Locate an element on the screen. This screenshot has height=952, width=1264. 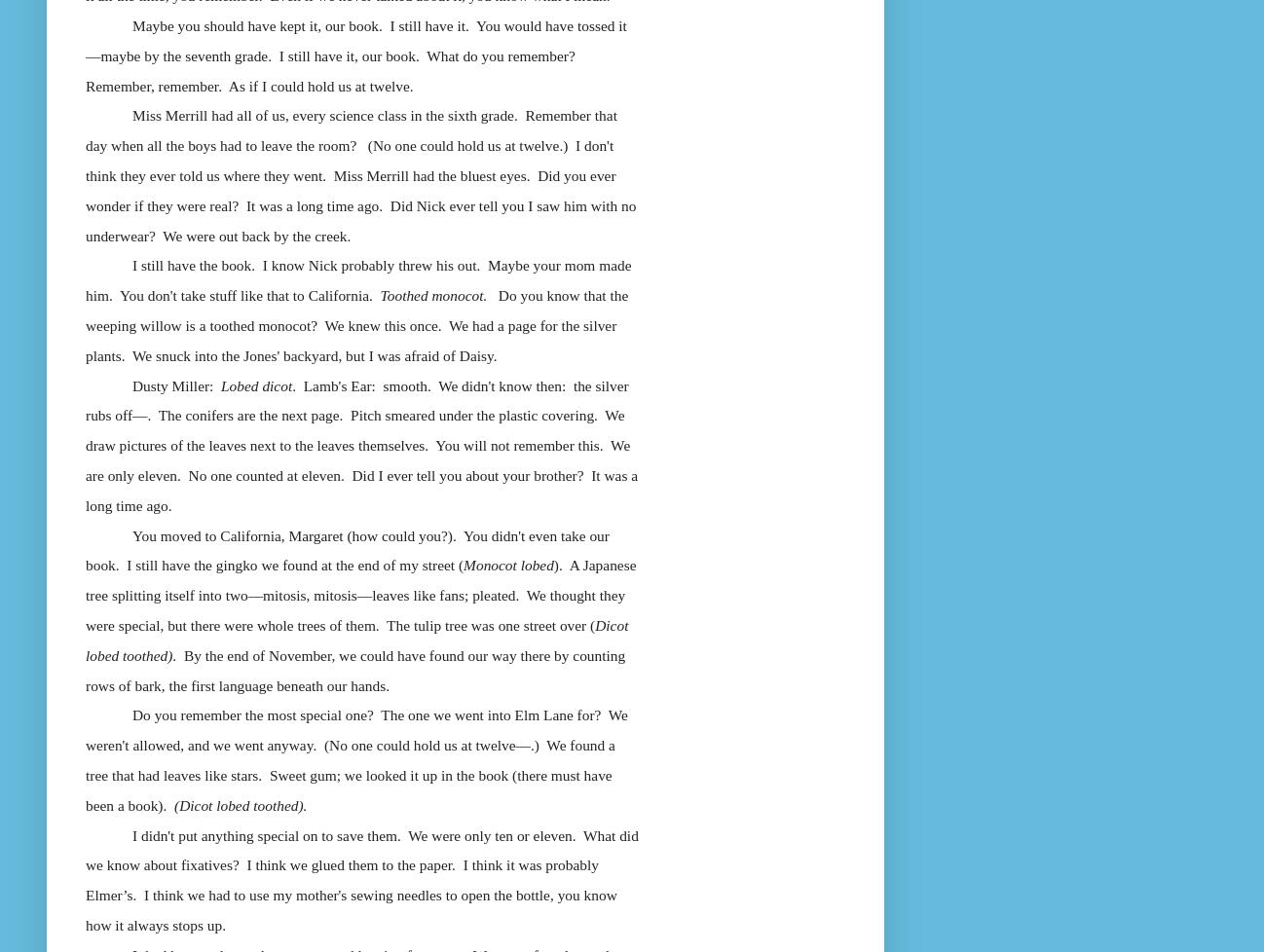
'I
didn't put anything special on to save them. 
We were only ten or eleven.  What
did we know about fixatives?  I think we
glued them to the paper.  I think it was
probably Elmer’s.  I think we had to use
my mother's sewing needles to open the bottle, you know how it always stops
up.' is located at coordinates (361, 878).